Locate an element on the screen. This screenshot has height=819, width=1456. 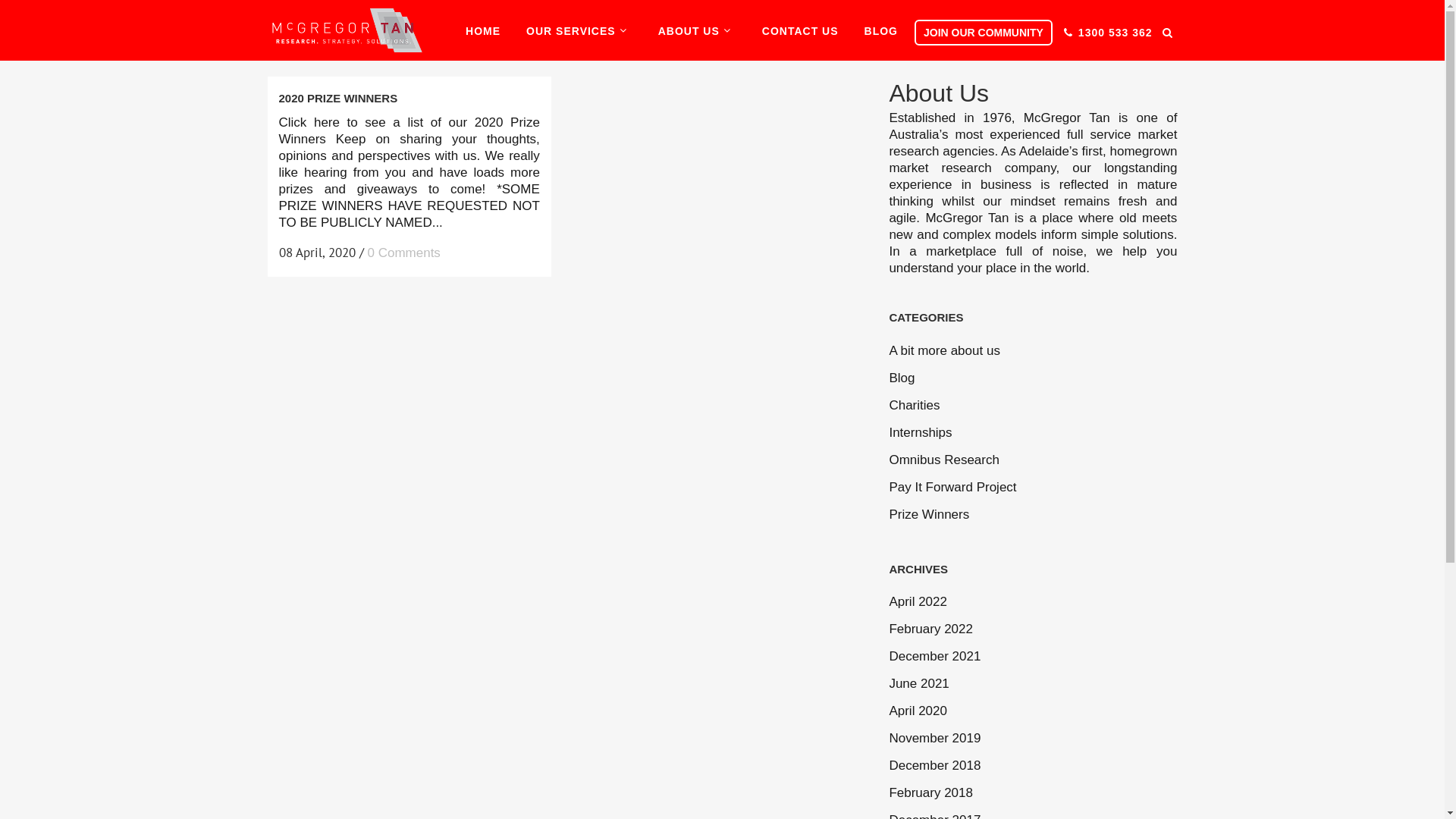
'December 2018' is located at coordinates (888, 765).